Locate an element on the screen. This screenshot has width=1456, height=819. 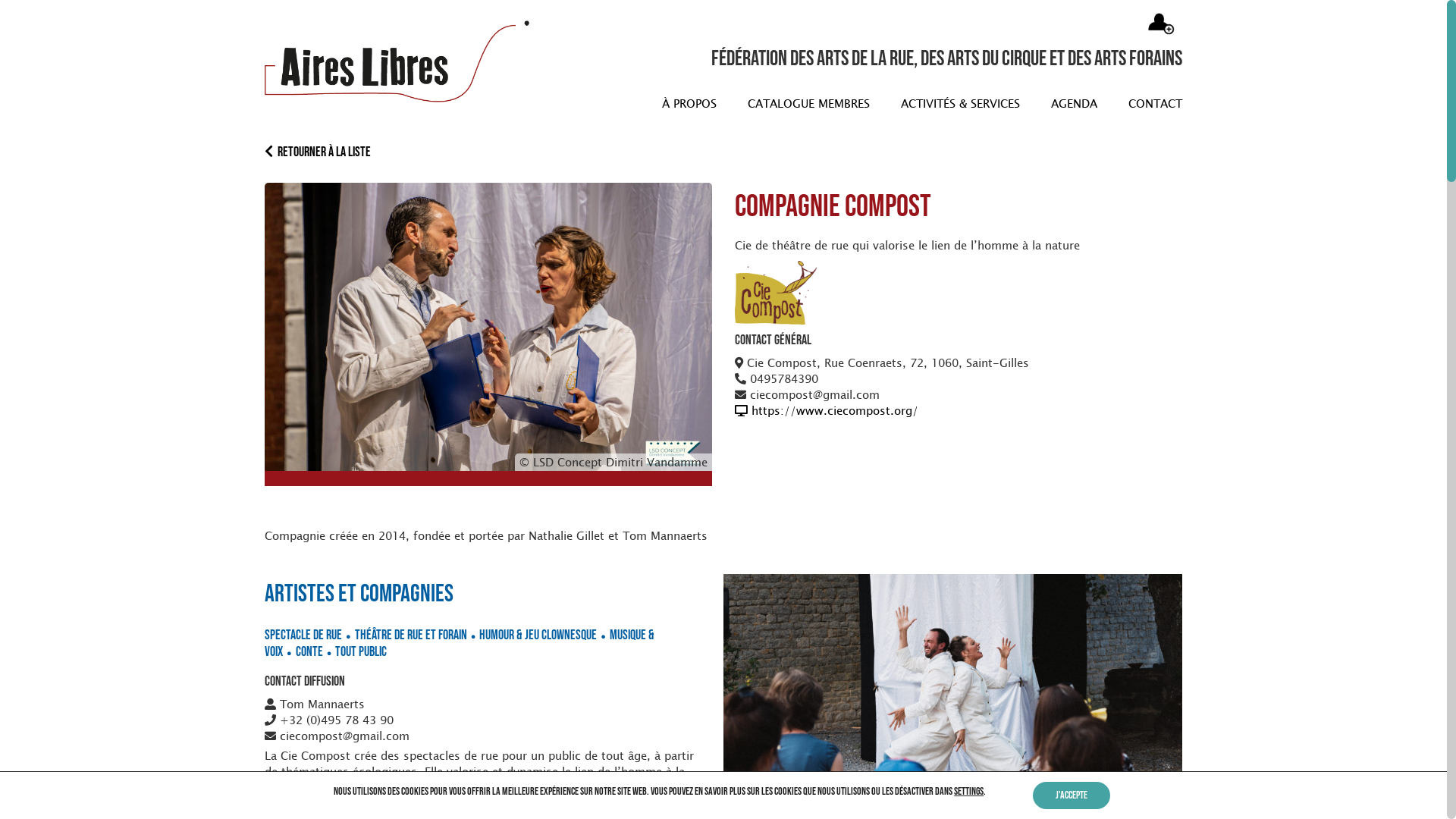
'J'accepte' is located at coordinates (1070, 795).